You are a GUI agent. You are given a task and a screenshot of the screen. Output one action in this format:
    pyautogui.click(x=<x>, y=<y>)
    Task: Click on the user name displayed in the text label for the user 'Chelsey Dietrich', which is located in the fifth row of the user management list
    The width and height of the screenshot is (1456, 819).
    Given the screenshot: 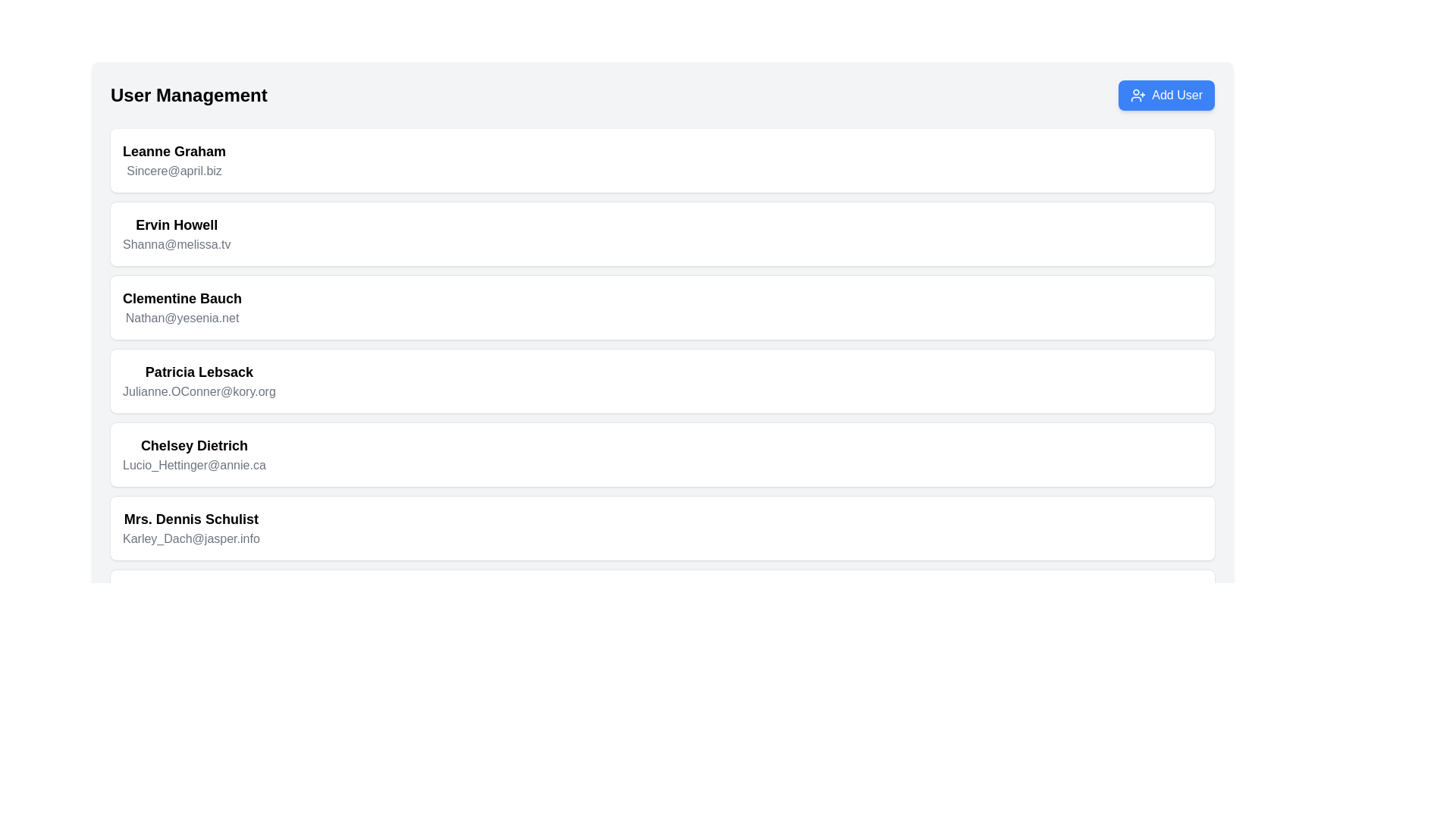 What is the action you would take?
    pyautogui.click(x=193, y=444)
    